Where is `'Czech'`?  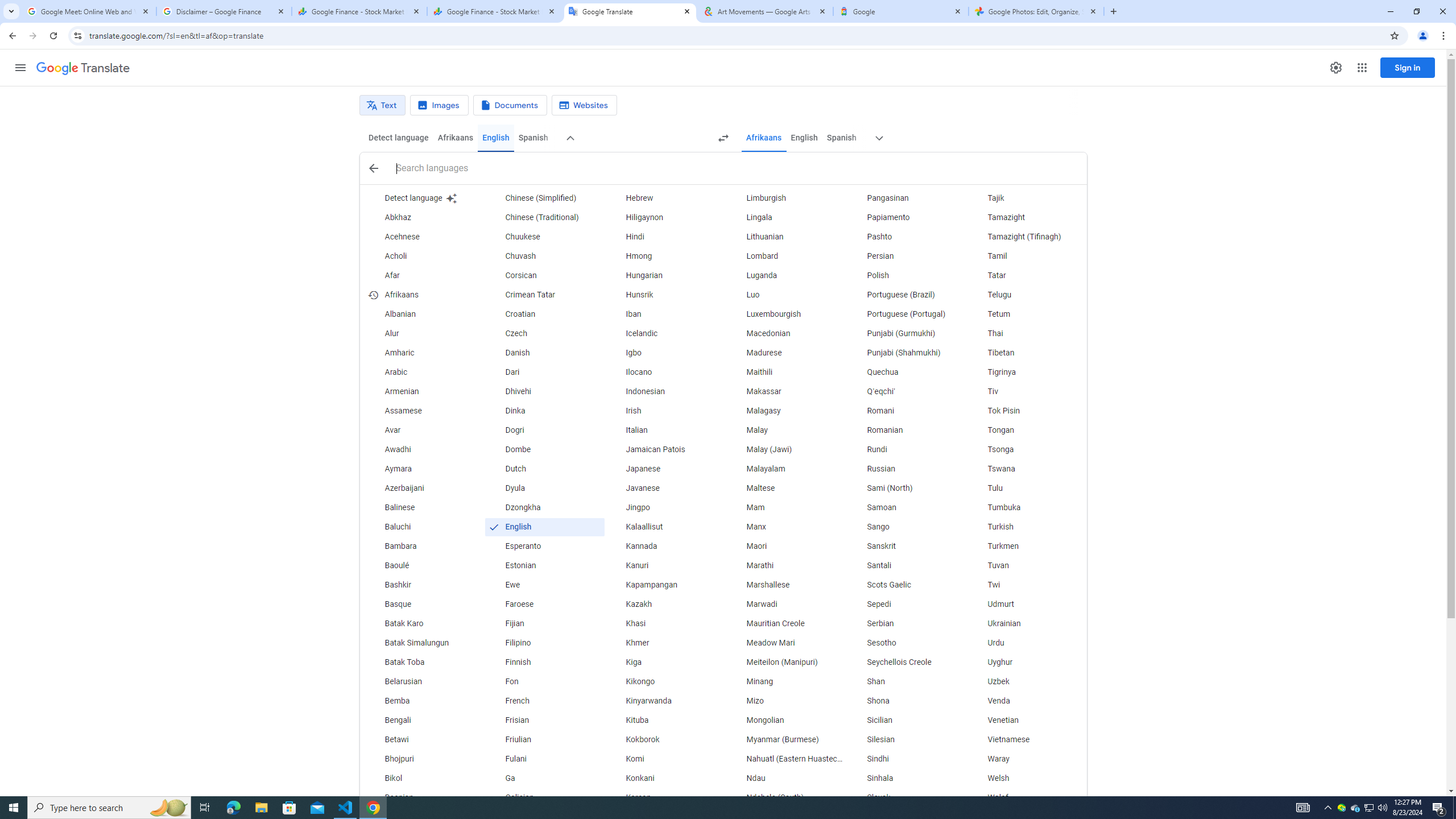 'Czech' is located at coordinates (544, 333).